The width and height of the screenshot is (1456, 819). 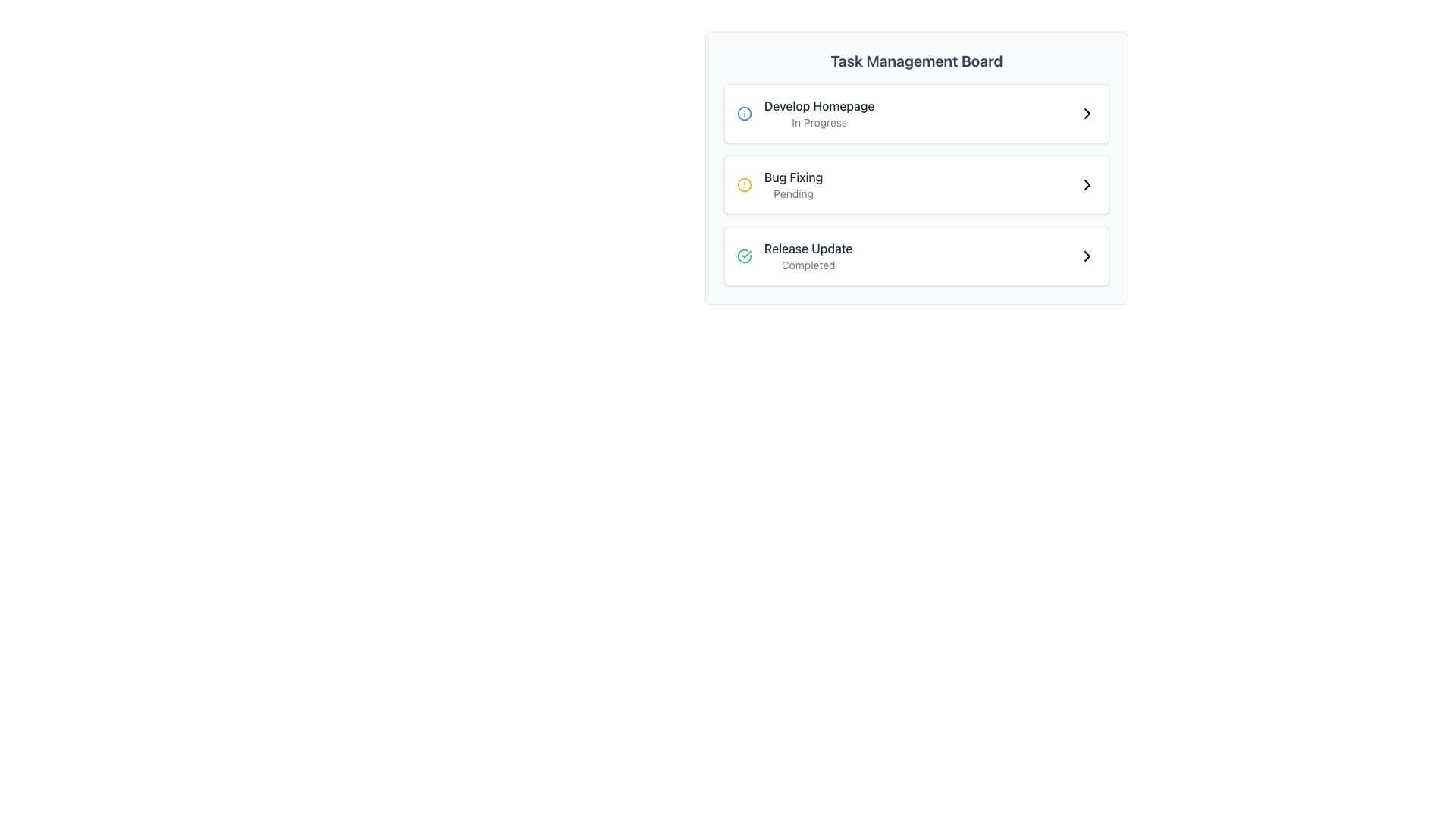 What do you see at coordinates (745, 184) in the screenshot?
I see `the SVG Circle Component that signifies a warning for the 'Bug Fixing' task in the Task Management Board` at bounding box center [745, 184].